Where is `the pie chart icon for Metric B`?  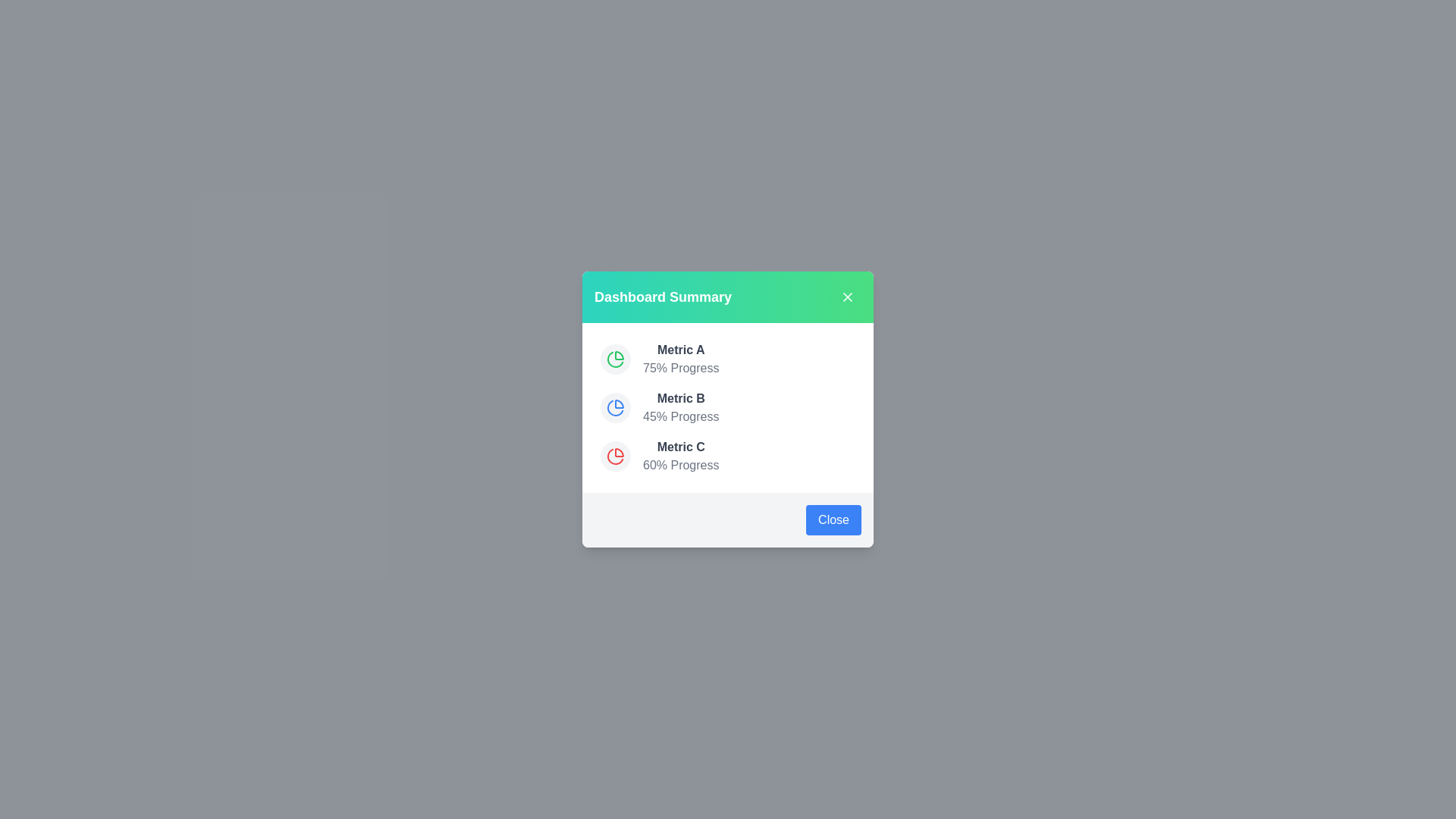 the pie chart icon for Metric B is located at coordinates (615, 406).